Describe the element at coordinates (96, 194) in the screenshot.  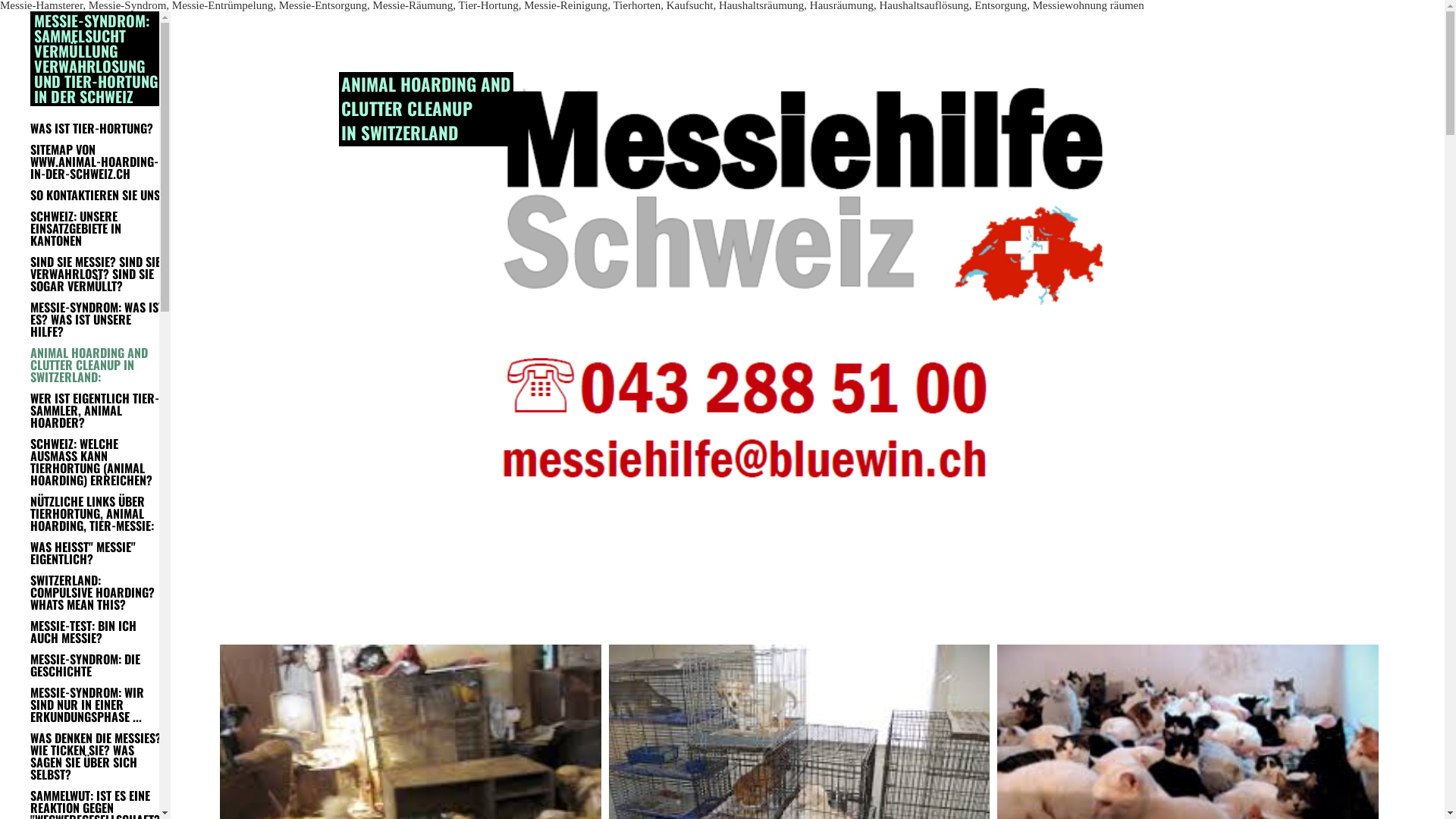
I see `'SO KONTAKTIEREN SIE UNS!'` at that location.